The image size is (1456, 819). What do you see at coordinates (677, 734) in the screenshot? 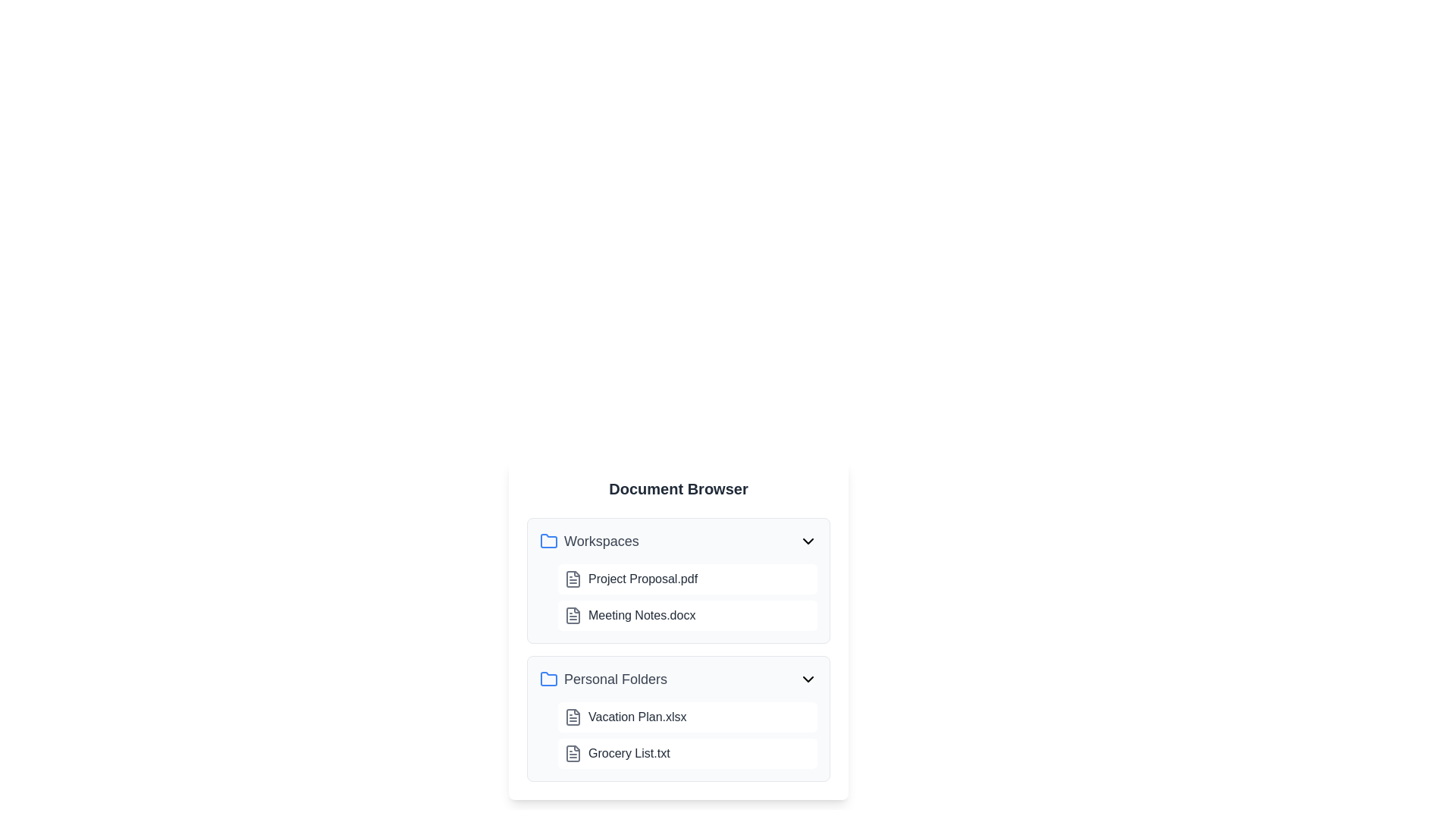
I see `the List of files element that displays 'Vacation Plan.xlsx' and 'Grocery List.txt', located under the 'Personal Folders' section` at bounding box center [677, 734].